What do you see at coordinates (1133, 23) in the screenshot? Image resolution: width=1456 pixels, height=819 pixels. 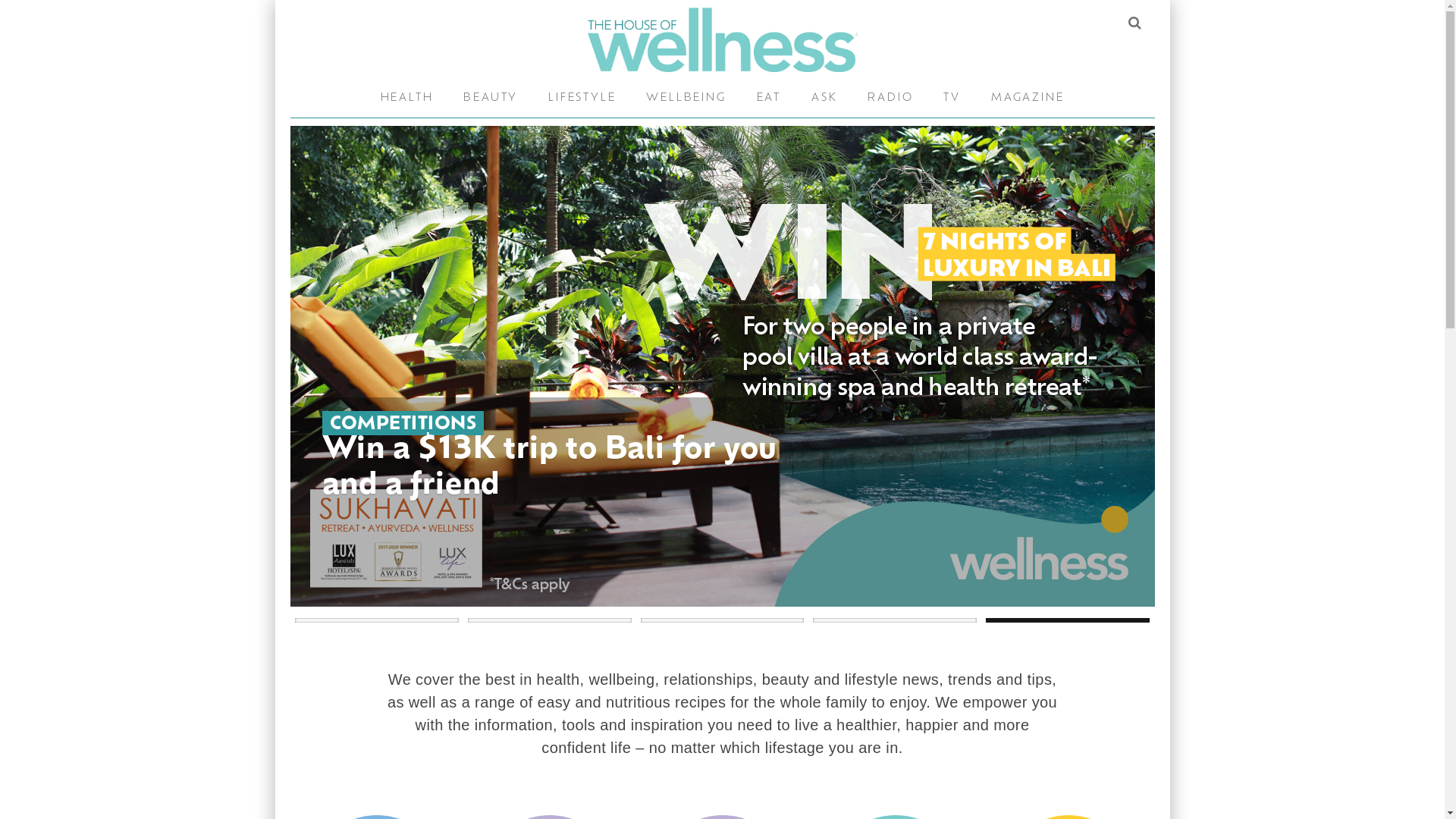 I see `'Search'` at bounding box center [1133, 23].